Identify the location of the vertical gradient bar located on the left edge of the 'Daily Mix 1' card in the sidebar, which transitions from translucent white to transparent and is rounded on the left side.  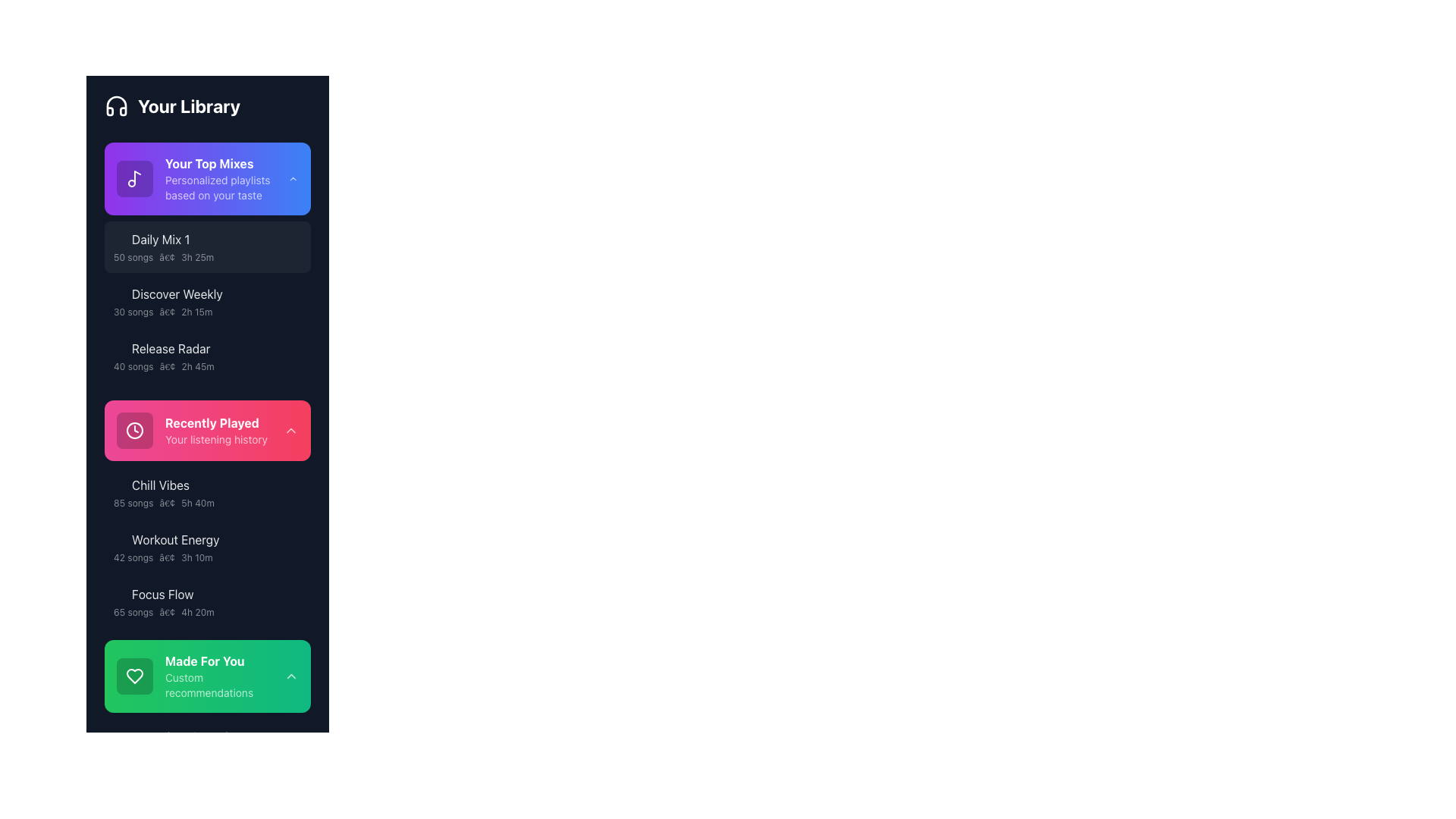
(105, 246).